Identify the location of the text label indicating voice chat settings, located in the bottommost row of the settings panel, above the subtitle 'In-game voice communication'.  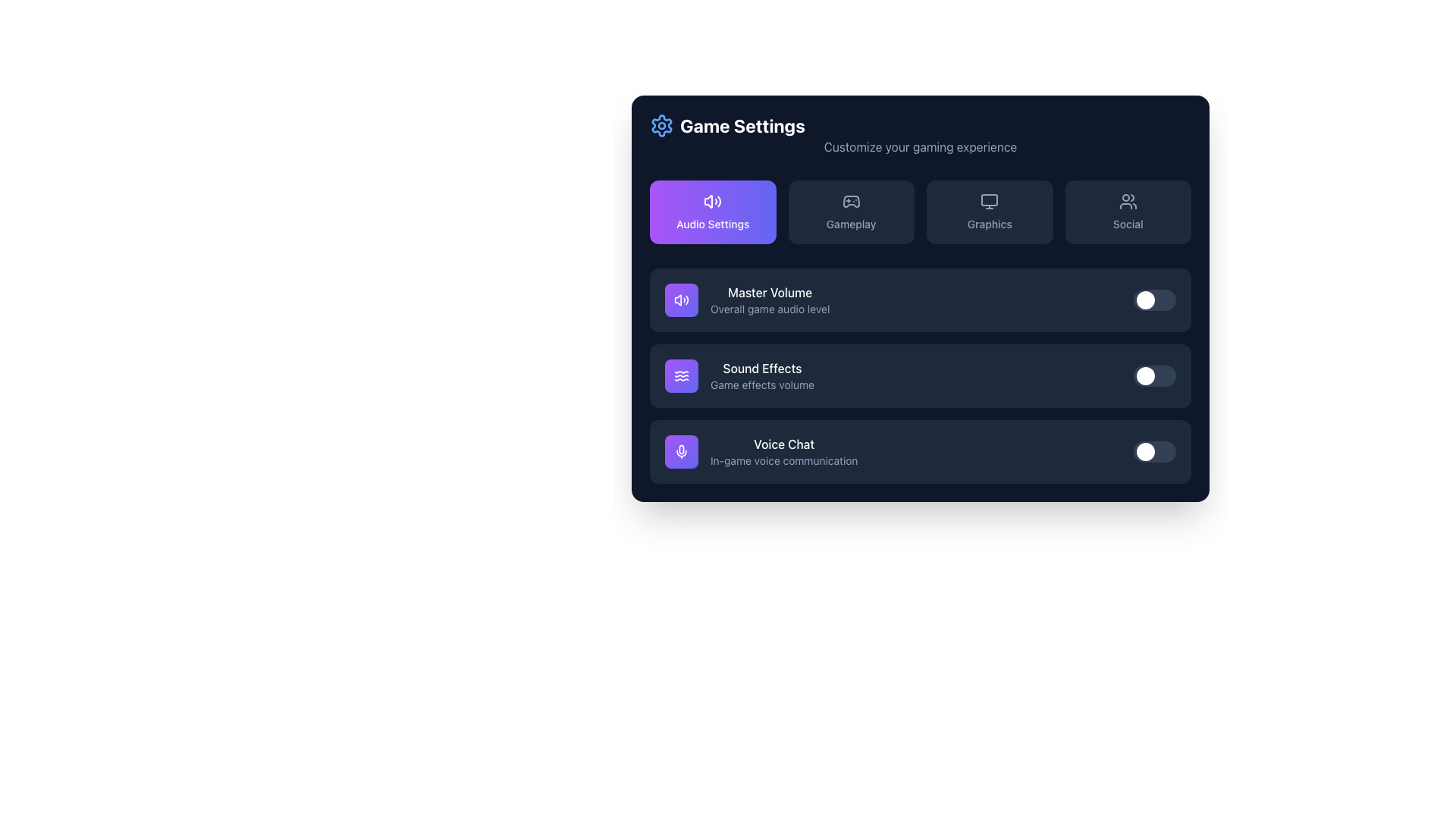
(784, 444).